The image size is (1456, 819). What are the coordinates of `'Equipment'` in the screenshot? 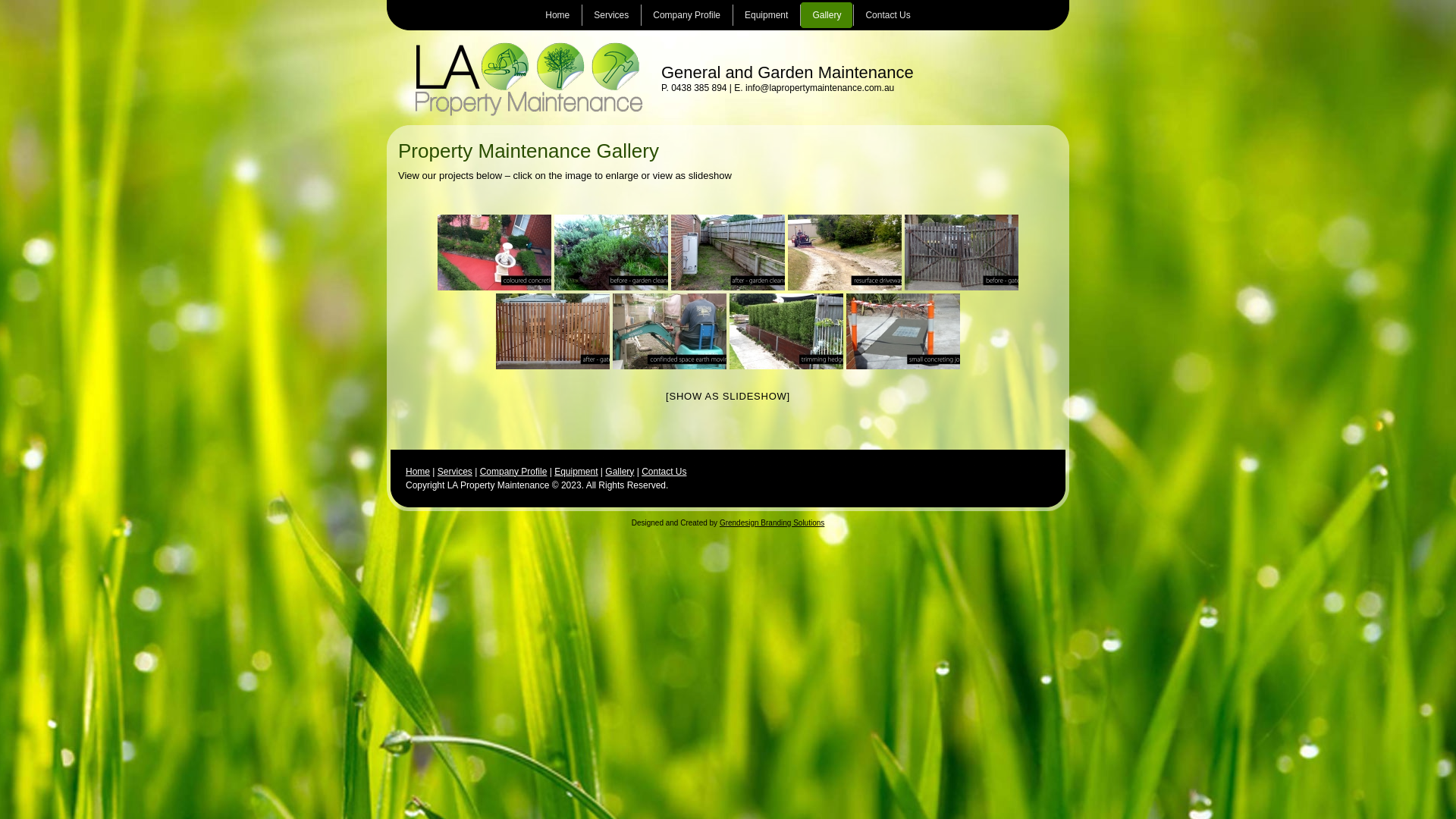 It's located at (575, 470).